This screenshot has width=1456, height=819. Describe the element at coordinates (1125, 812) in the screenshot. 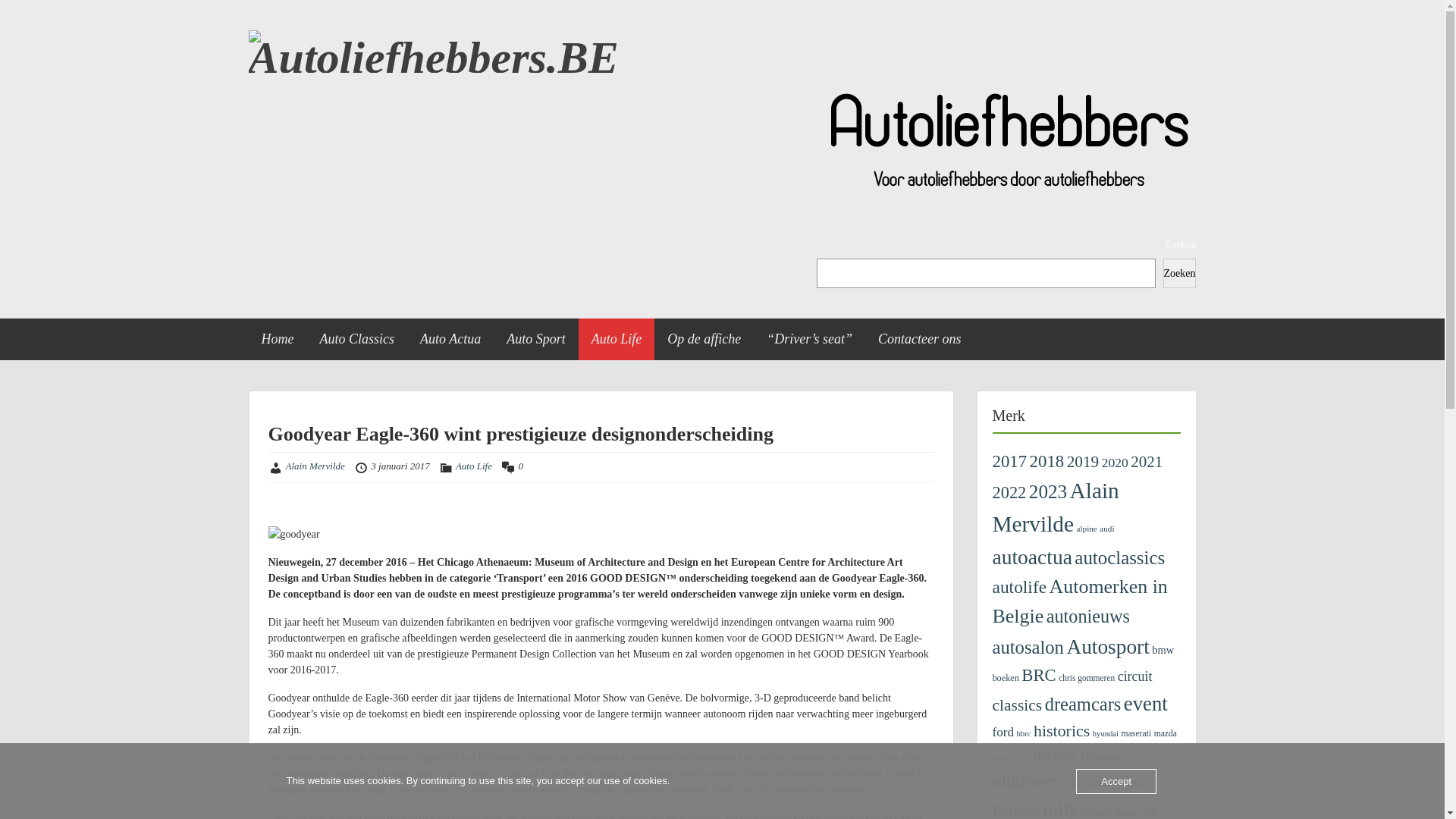

I see `'skoda'` at that location.